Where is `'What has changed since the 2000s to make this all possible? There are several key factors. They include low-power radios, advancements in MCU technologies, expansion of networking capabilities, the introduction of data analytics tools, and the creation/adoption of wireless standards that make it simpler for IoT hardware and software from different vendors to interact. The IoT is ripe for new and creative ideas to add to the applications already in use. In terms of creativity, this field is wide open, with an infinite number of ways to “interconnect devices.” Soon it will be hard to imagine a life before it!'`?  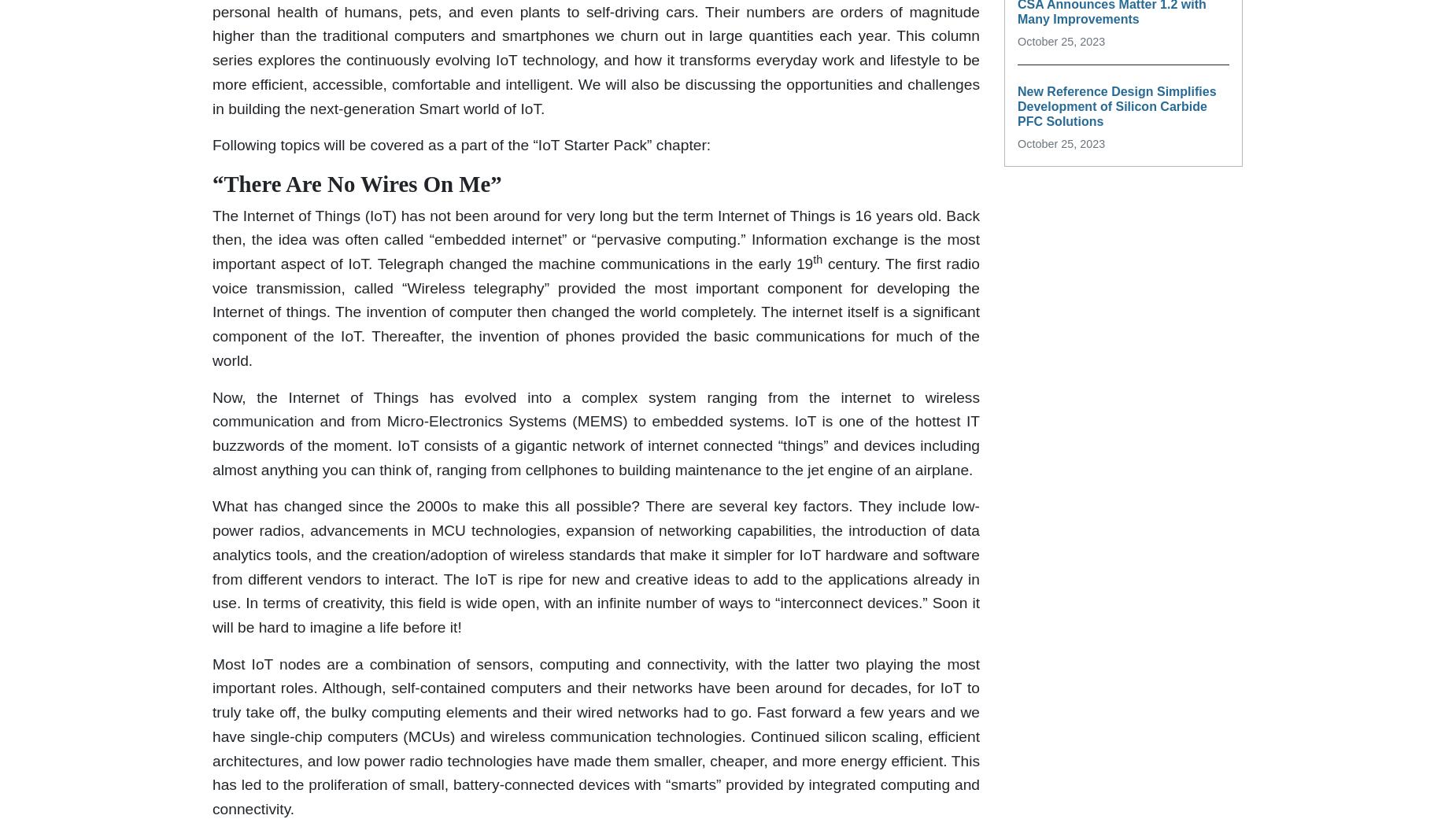 'What has changed since the 2000s to make this all possible? There are several key factors. They include low-power radios, advancements in MCU technologies, expansion of networking capabilities, the introduction of data analytics tools, and the creation/adoption of wireless standards that make it simpler for IoT hardware and software from different vendors to interact. The IoT is ripe for new and creative ideas to add to the applications already in use. In terms of creativity, this field is wide open, with an infinite number of ways to “interconnect devices.” Soon it will be hard to imagine a life before it!' is located at coordinates (596, 566).